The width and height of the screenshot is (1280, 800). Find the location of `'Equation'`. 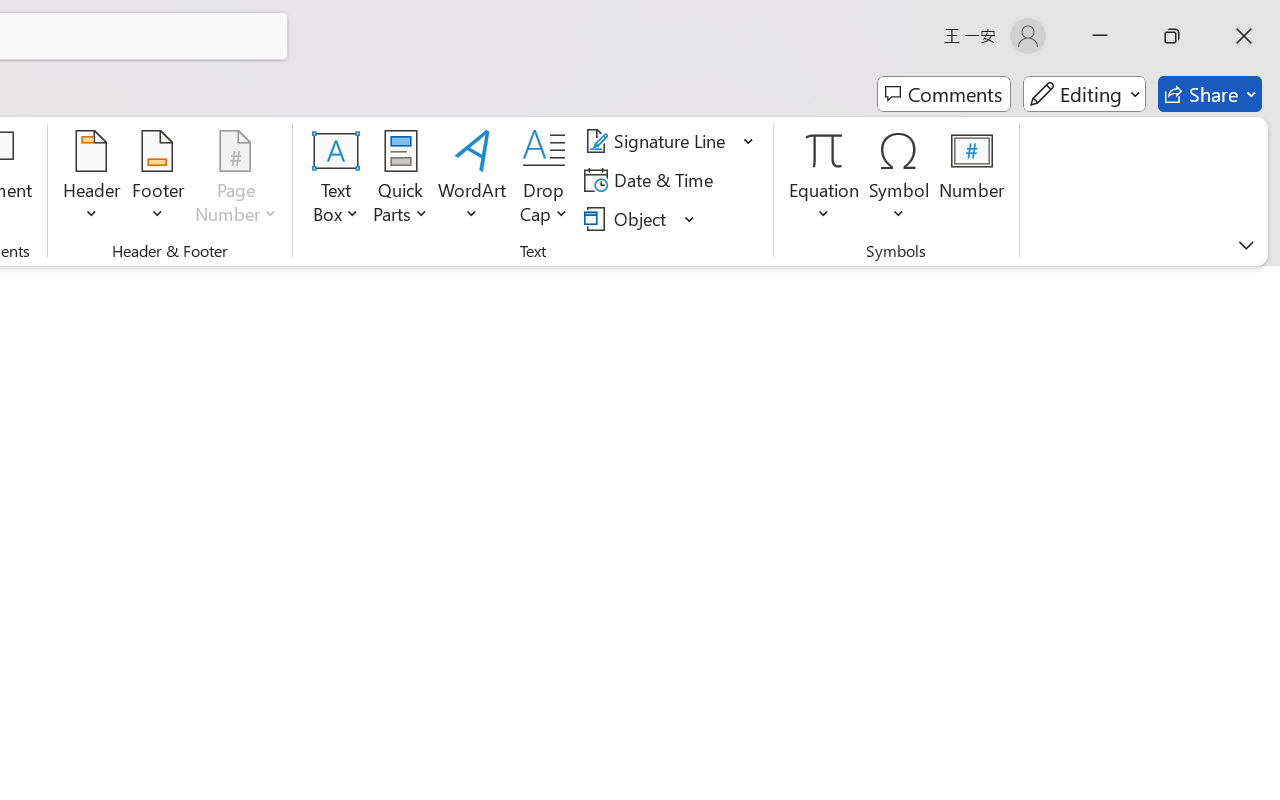

'Equation' is located at coordinates (824, 179).